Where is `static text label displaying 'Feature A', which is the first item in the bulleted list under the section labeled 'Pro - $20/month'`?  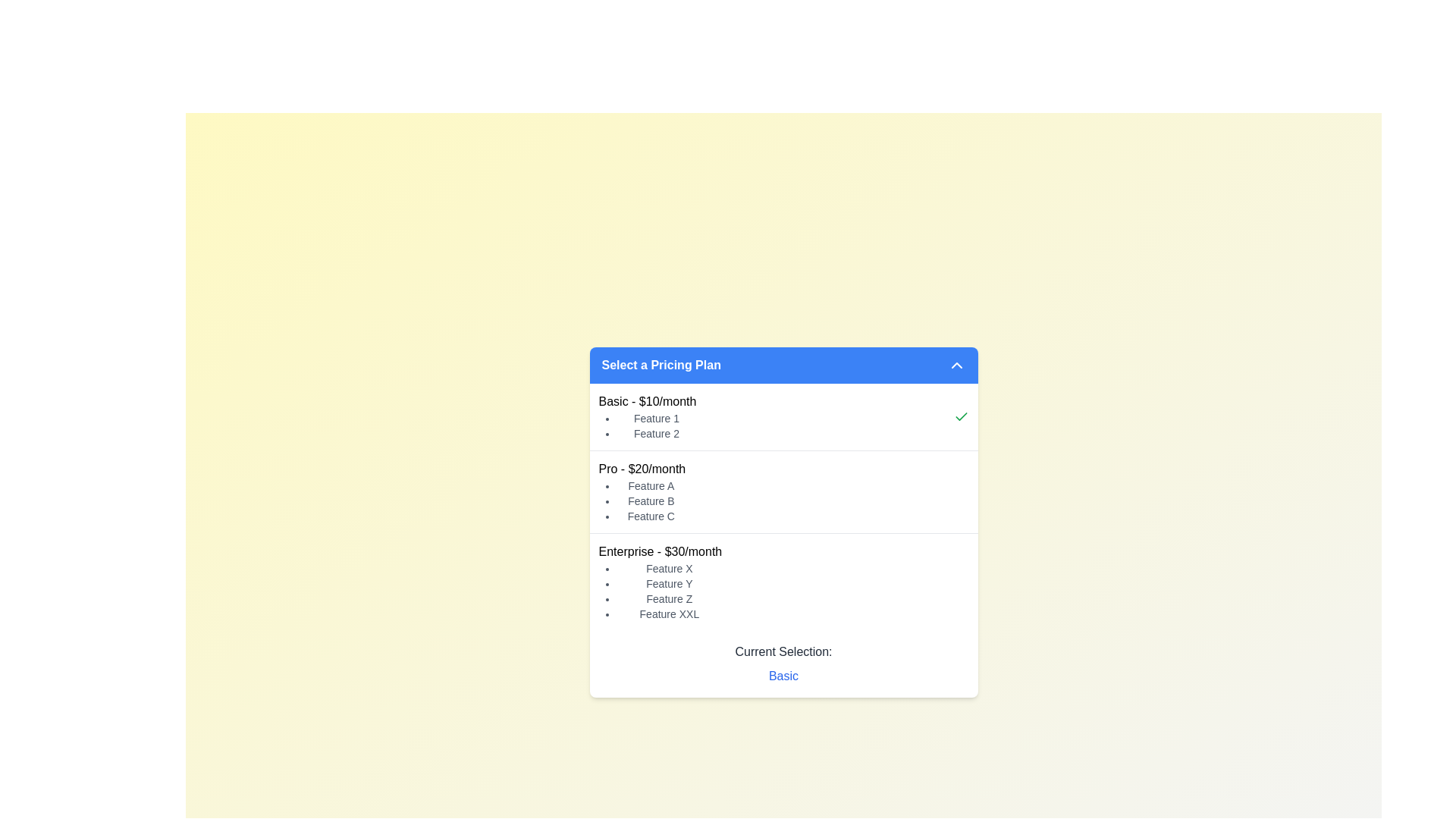
static text label displaying 'Feature A', which is the first item in the bulleted list under the section labeled 'Pro - $20/month' is located at coordinates (651, 485).